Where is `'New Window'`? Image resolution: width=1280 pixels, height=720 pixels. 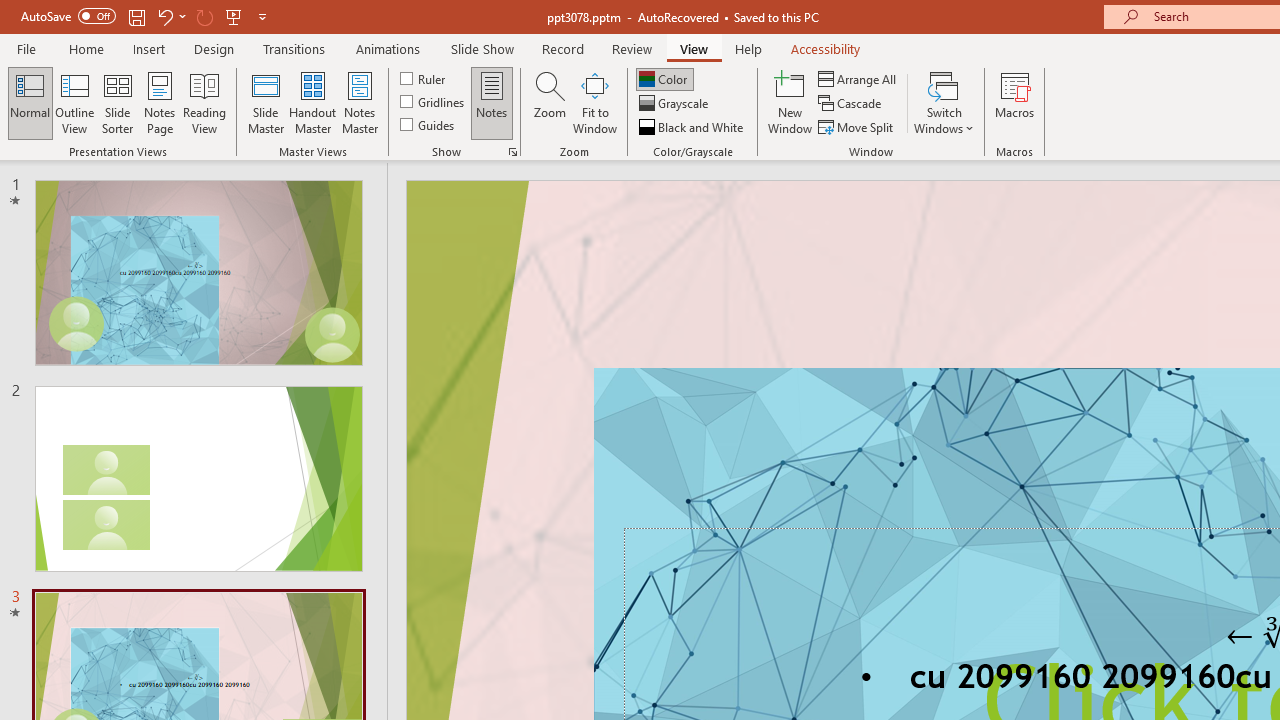 'New Window' is located at coordinates (789, 103).